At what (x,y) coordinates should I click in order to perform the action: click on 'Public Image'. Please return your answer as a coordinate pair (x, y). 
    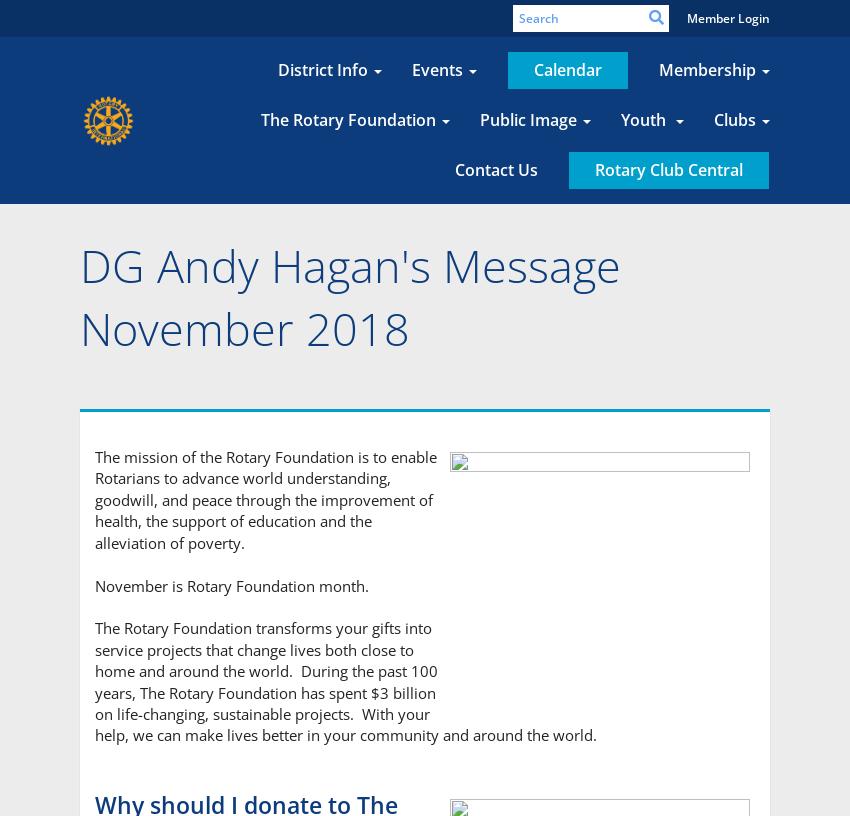
    Looking at the image, I should click on (527, 120).